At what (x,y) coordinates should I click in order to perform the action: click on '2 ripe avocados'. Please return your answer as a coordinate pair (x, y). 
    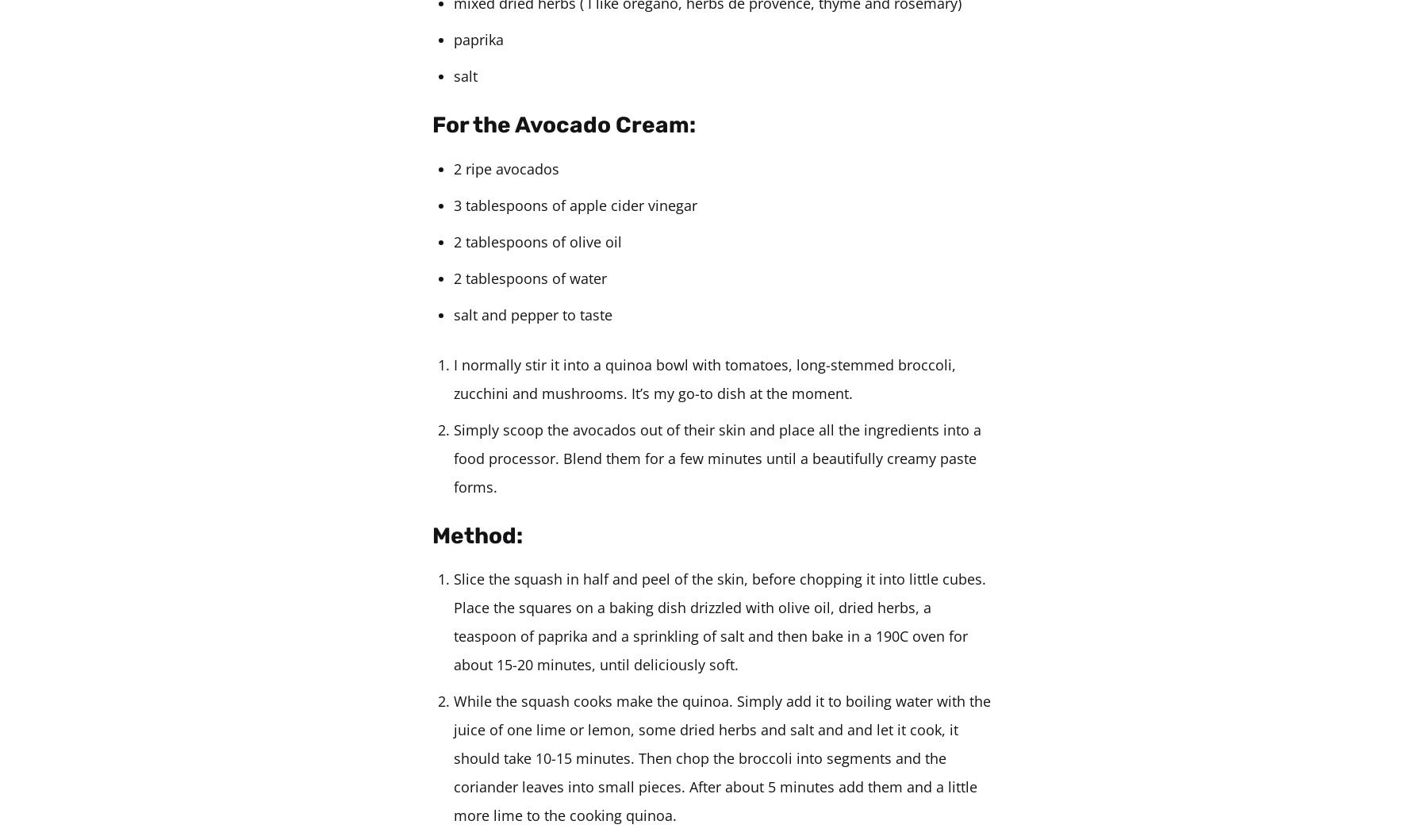
    Looking at the image, I should click on (506, 168).